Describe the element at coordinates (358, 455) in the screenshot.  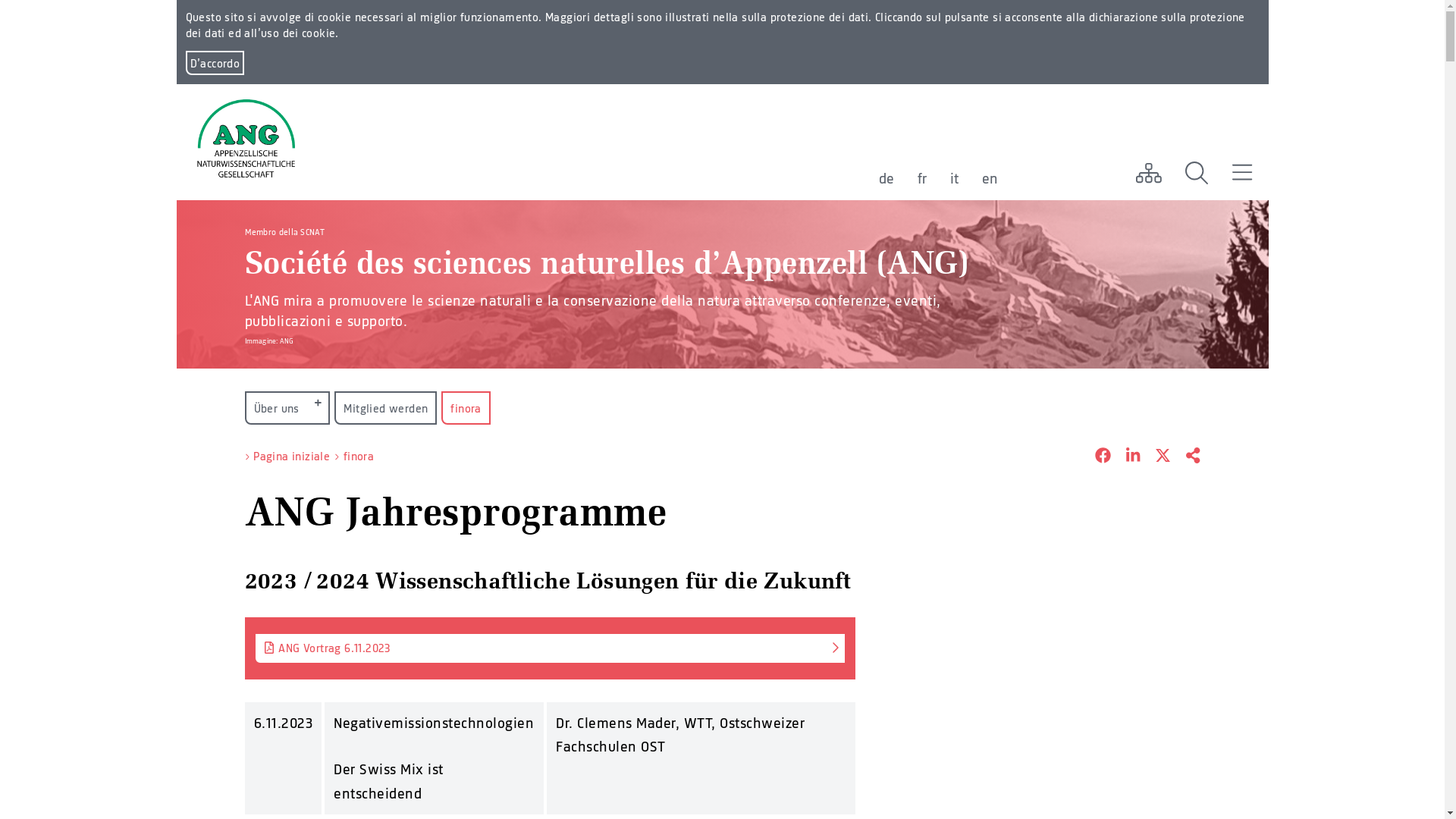
I see `'finora'` at that location.